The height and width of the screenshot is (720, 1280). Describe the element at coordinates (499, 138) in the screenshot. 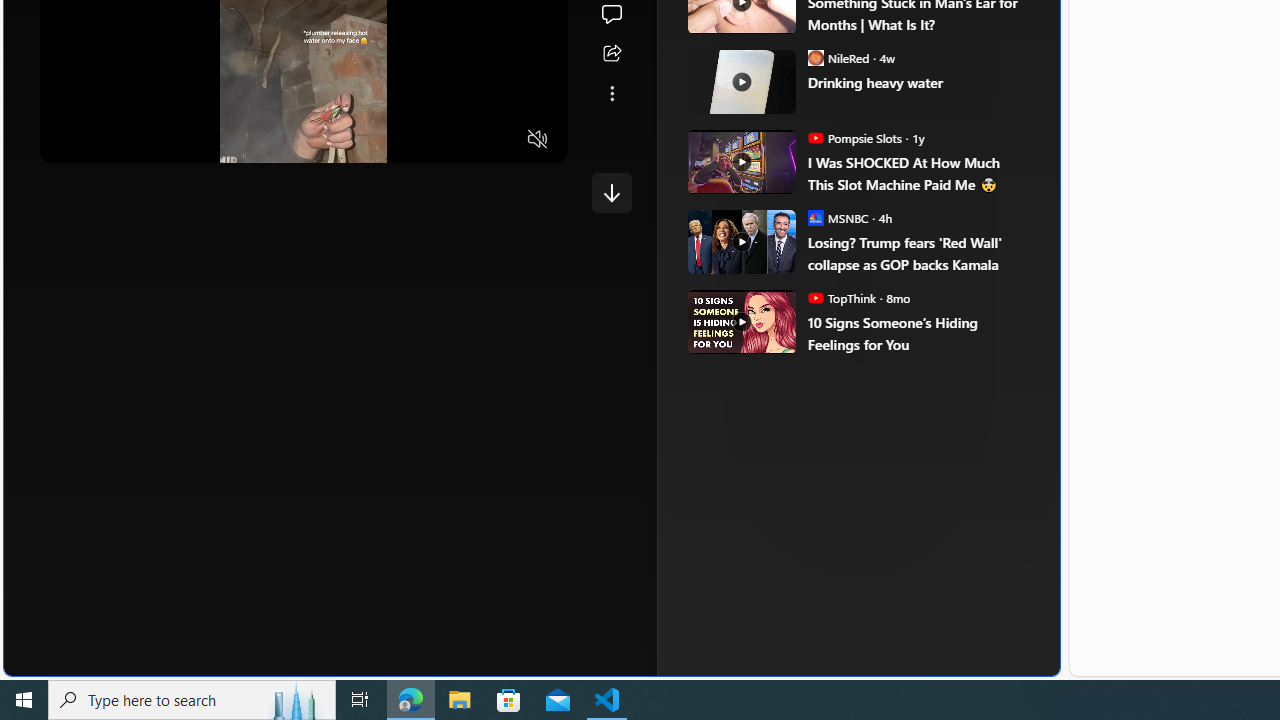

I see `'Fullscreen'` at that location.